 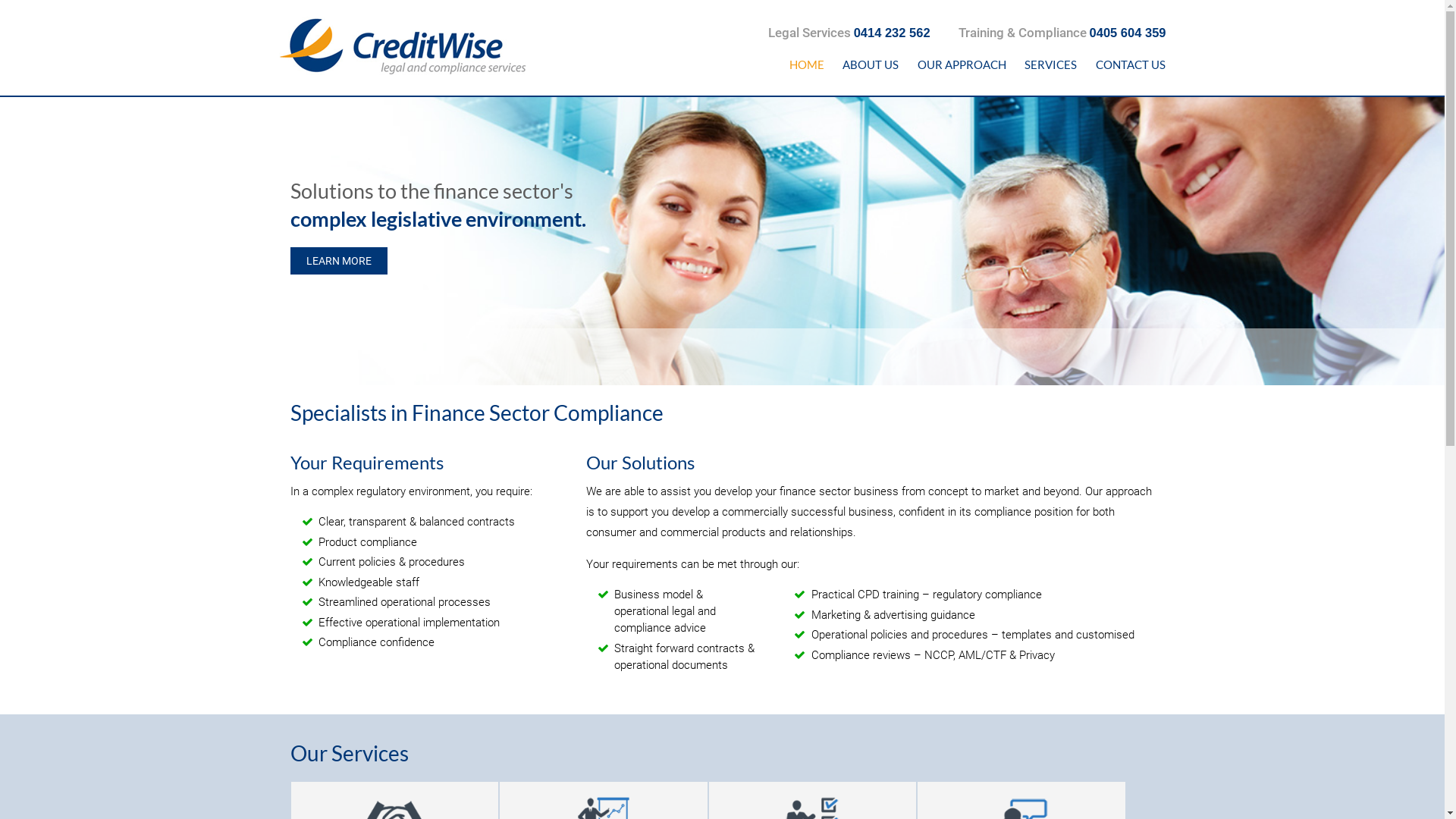 What do you see at coordinates (1050, 64) in the screenshot?
I see `'SERVICES'` at bounding box center [1050, 64].